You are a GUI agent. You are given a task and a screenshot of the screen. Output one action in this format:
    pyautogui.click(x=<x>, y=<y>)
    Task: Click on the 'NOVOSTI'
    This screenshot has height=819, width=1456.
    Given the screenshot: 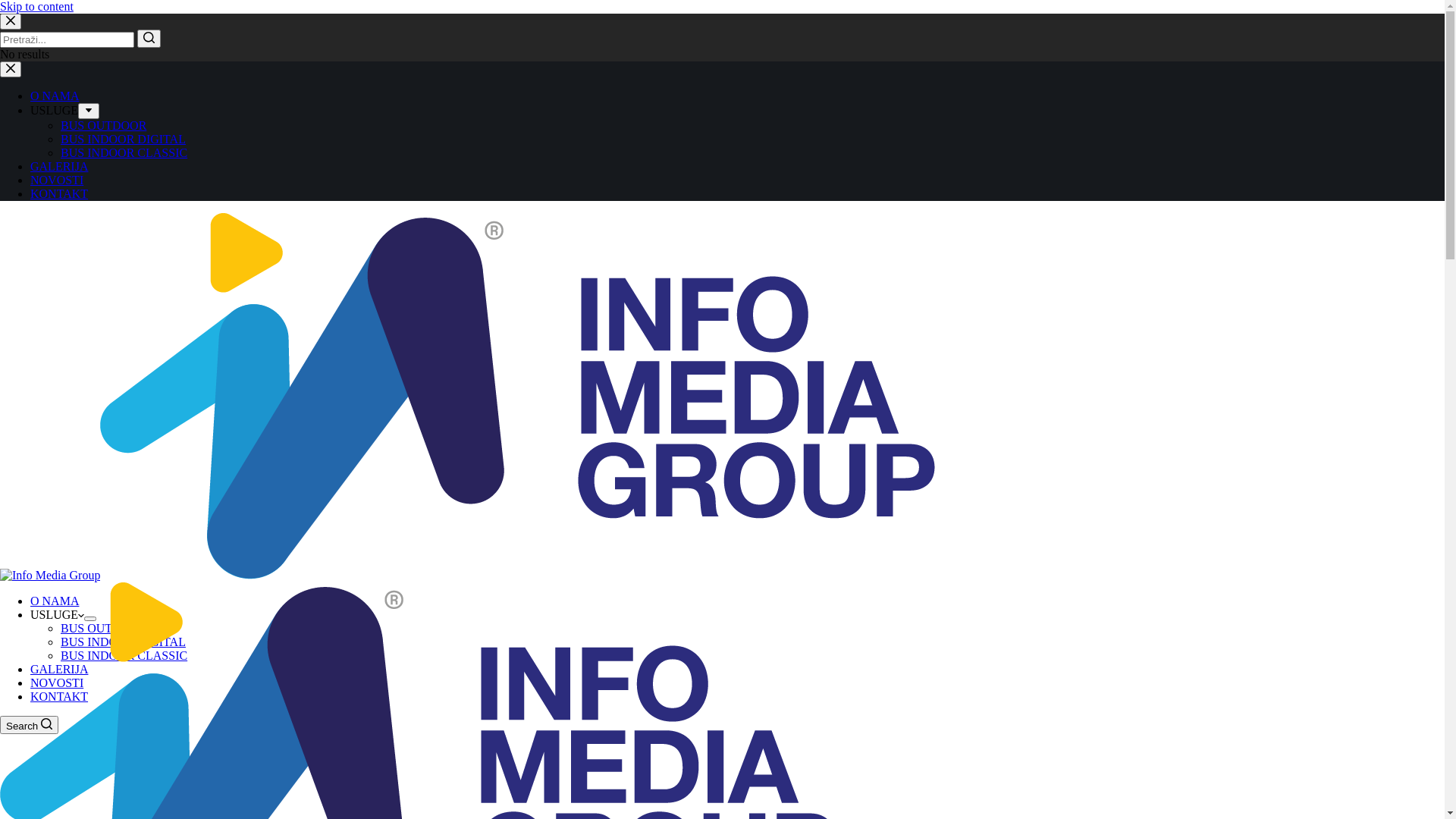 What is the action you would take?
    pyautogui.click(x=57, y=682)
    